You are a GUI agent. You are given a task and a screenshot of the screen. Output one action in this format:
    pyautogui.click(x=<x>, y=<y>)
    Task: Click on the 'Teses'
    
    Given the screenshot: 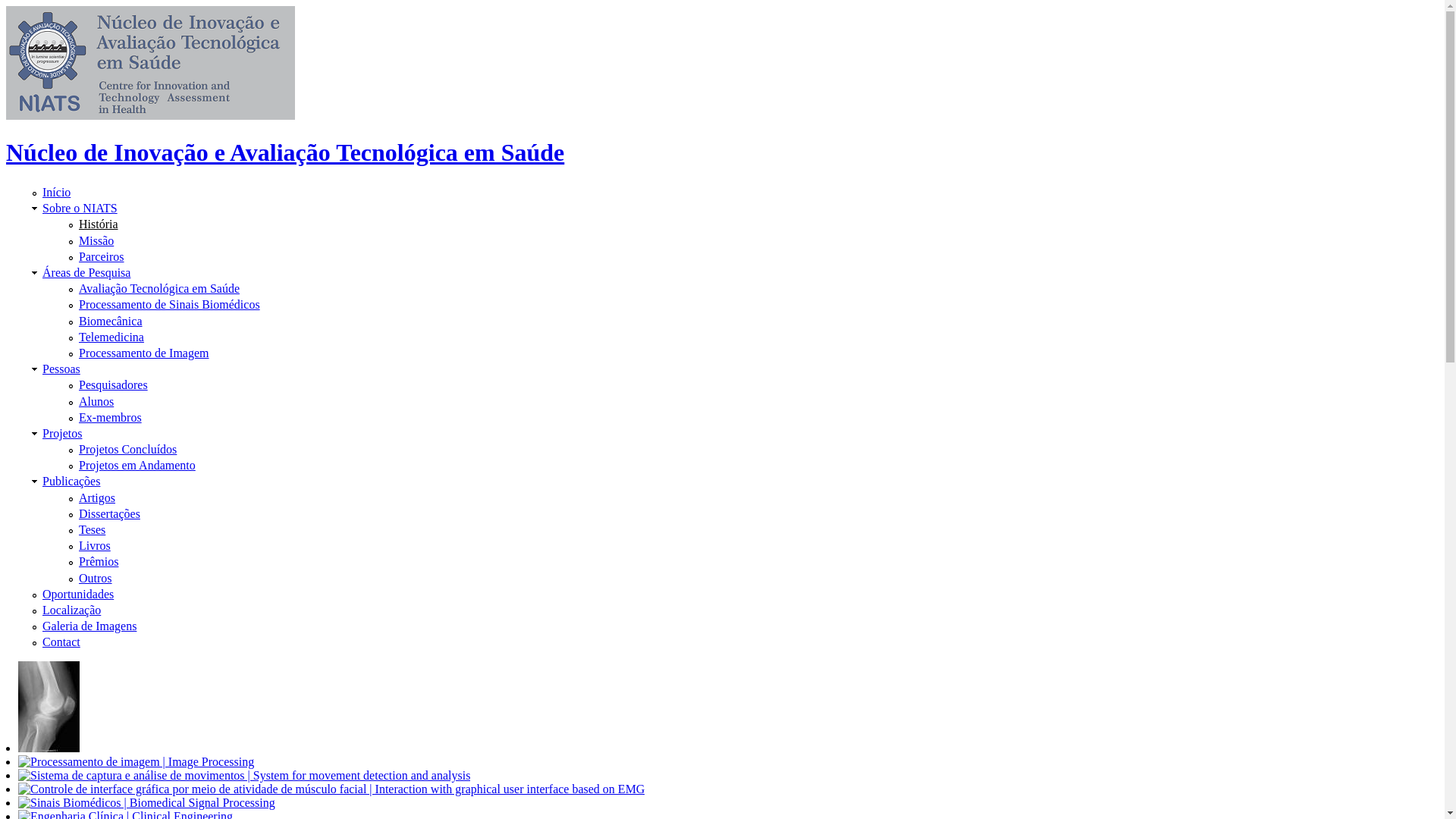 What is the action you would take?
    pyautogui.click(x=78, y=529)
    